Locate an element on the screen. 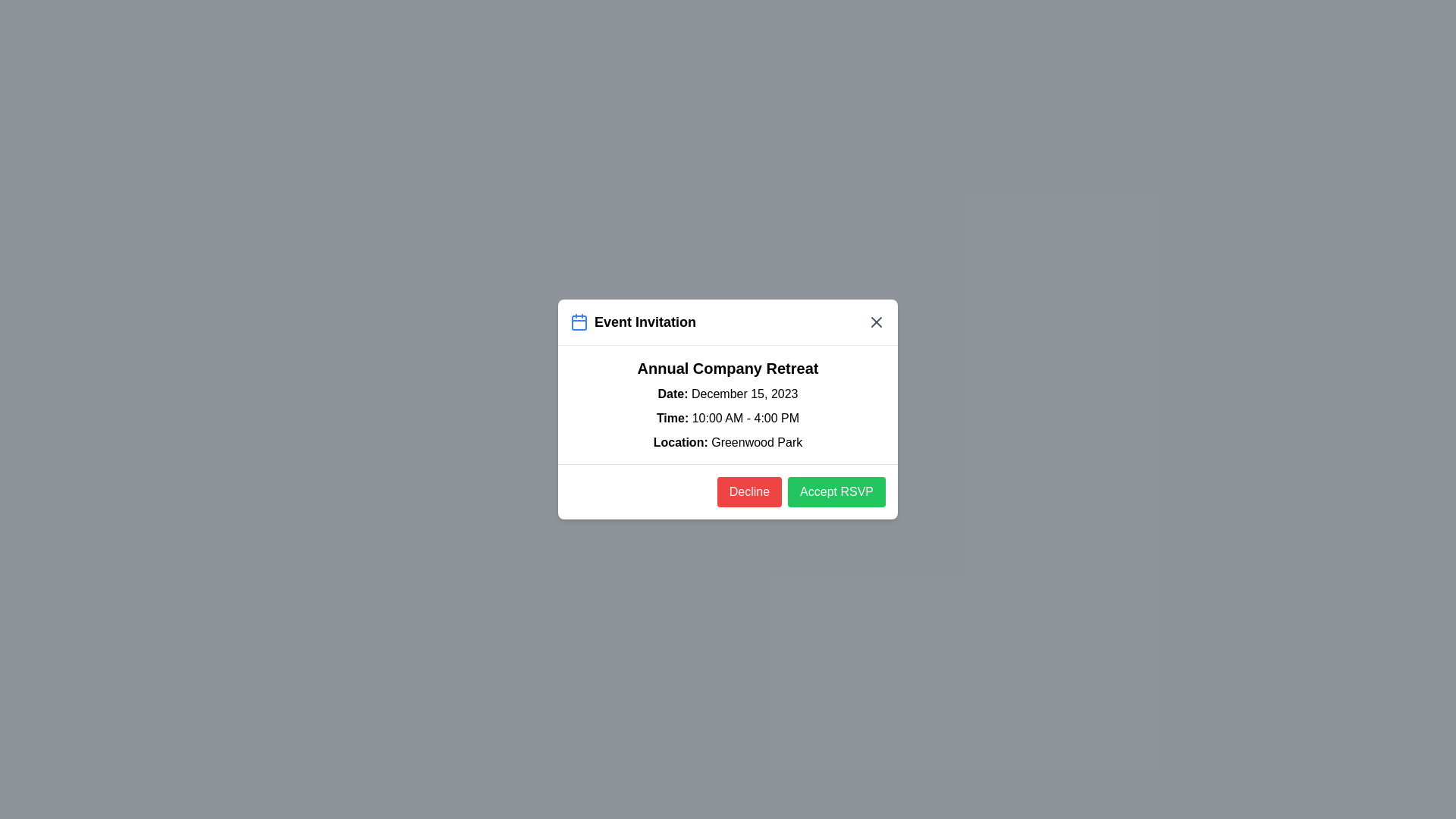 The height and width of the screenshot is (819, 1456). the 'Event Invitation' text label, which is bold and larger in font size, located adjacent to a blue calendar icon in the upper-left part of the dialog box is located at coordinates (645, 321).